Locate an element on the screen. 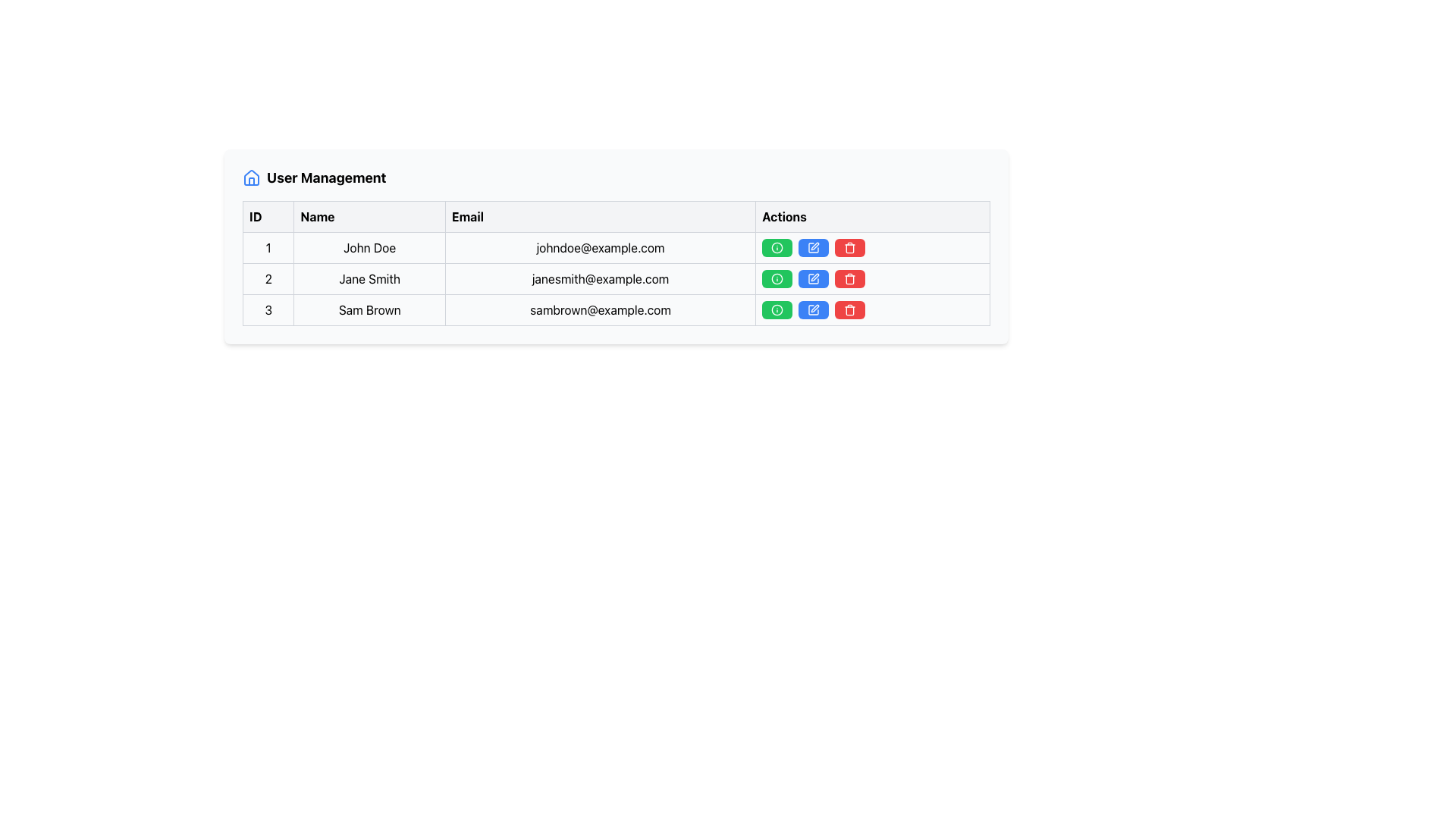 The width and height of the screenshot is (1456, 819). the delete button in the Actions column of the table is located at coordinates (850, 309).